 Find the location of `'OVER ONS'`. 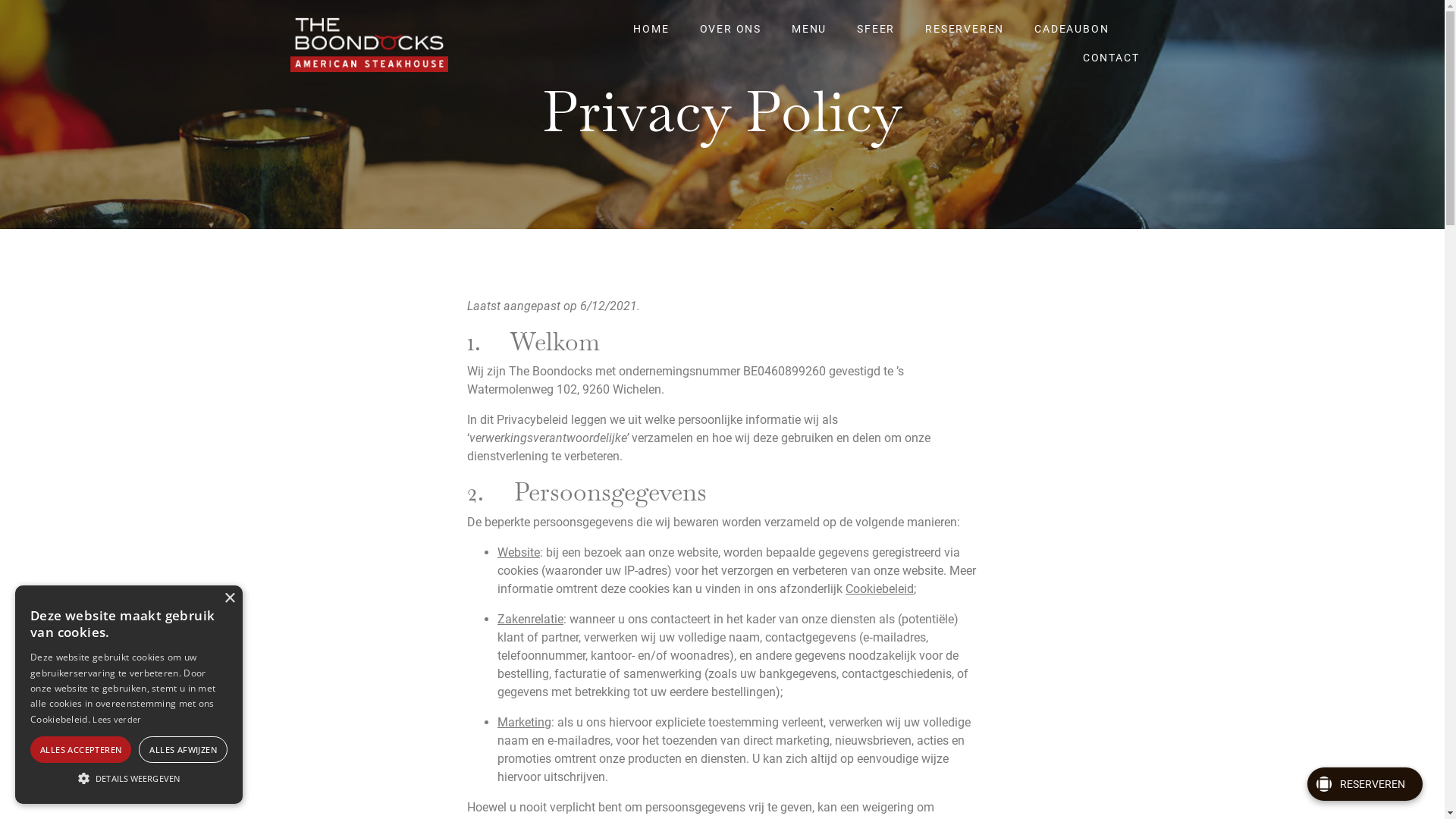

'OVER ONS' is located at coordinates (730, 22).